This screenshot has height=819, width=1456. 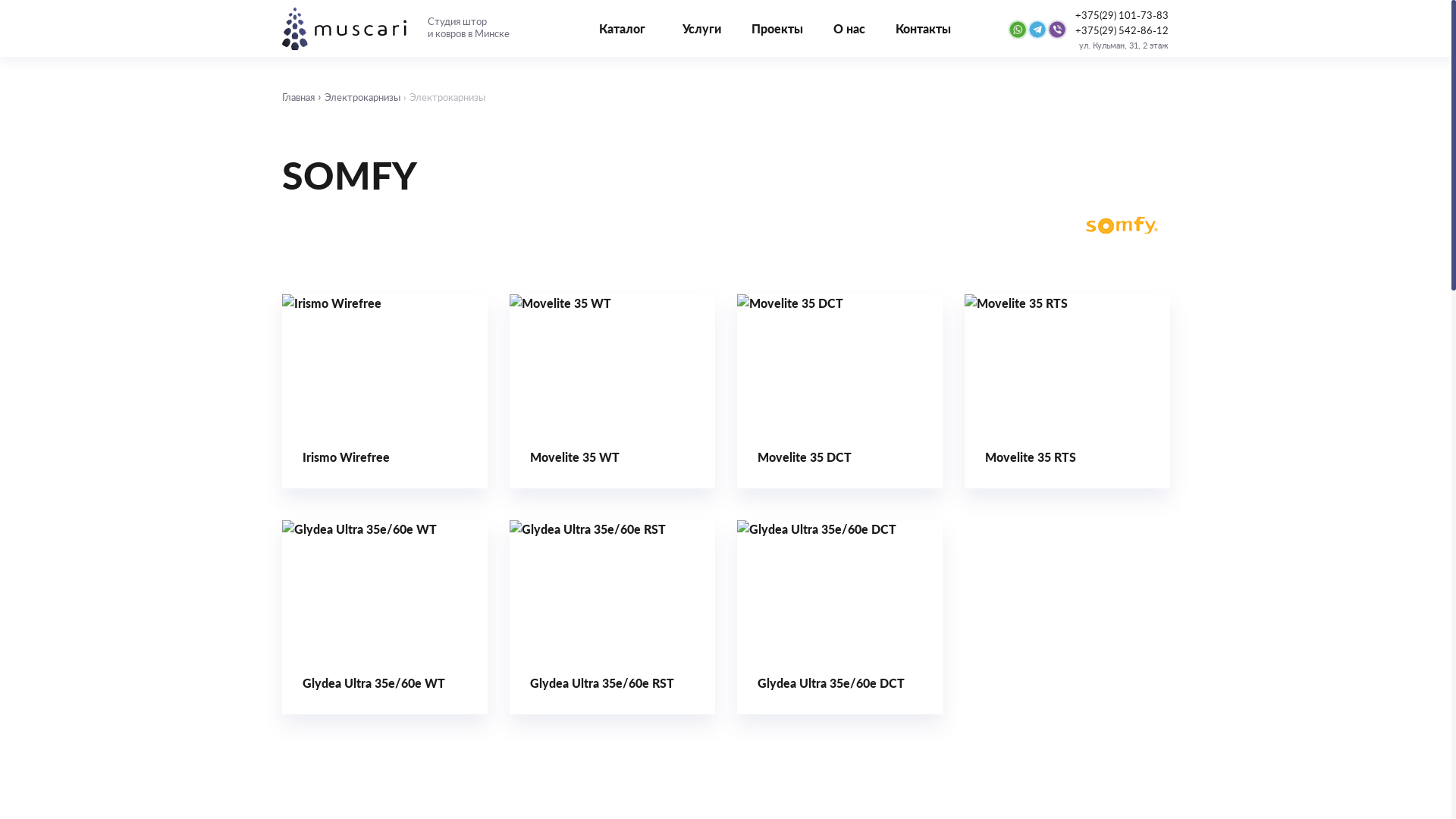 I want to click on 'Glydea Ultra 35e/60e WT', so click(x=384, y=617).